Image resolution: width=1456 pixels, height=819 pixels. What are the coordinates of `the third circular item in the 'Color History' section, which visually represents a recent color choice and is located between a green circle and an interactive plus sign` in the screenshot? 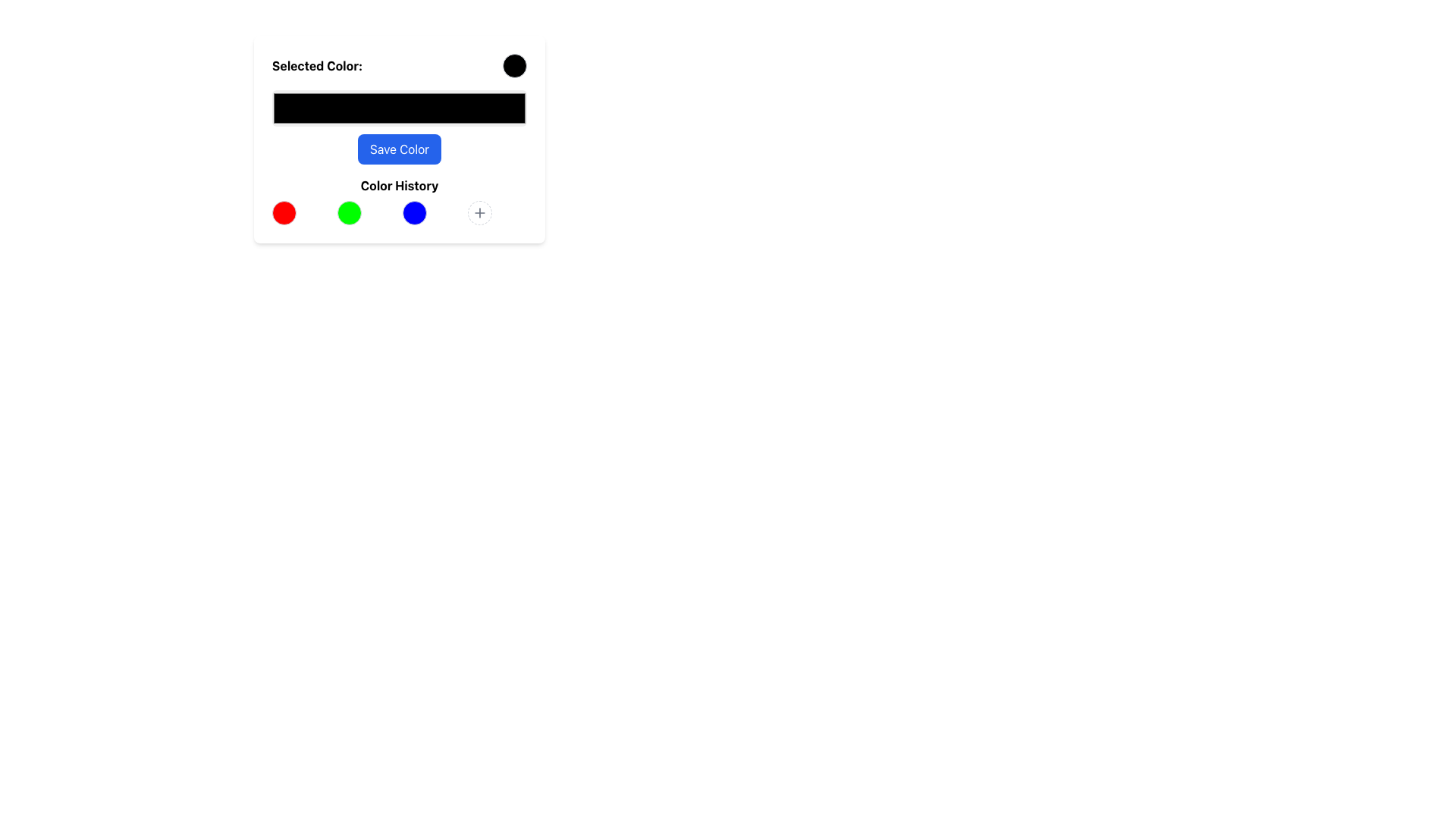 It's located at (415, 213).